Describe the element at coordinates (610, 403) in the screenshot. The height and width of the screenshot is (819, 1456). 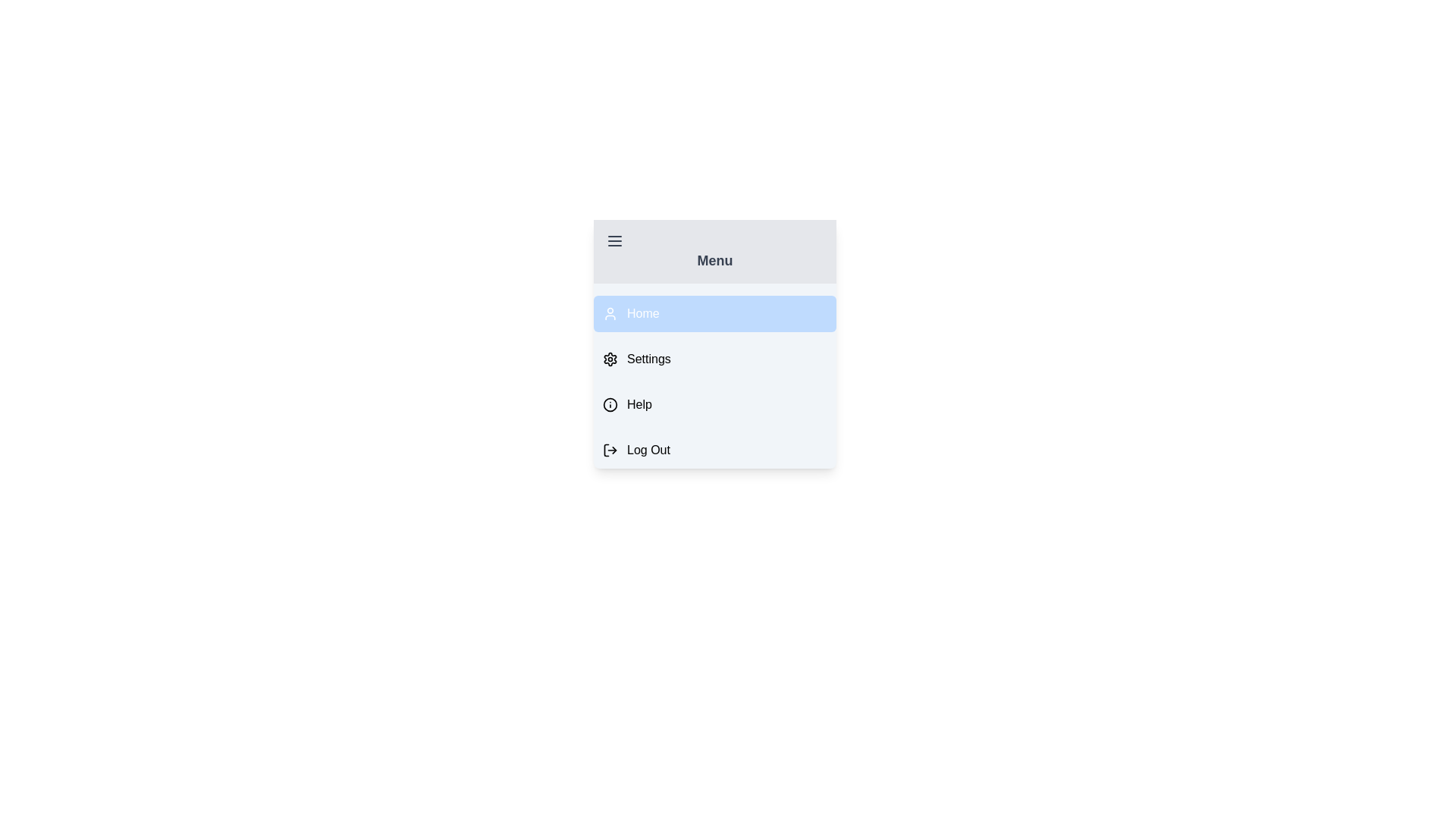
I see `the icon of the menu item labeled Help to inspect it` at that location.